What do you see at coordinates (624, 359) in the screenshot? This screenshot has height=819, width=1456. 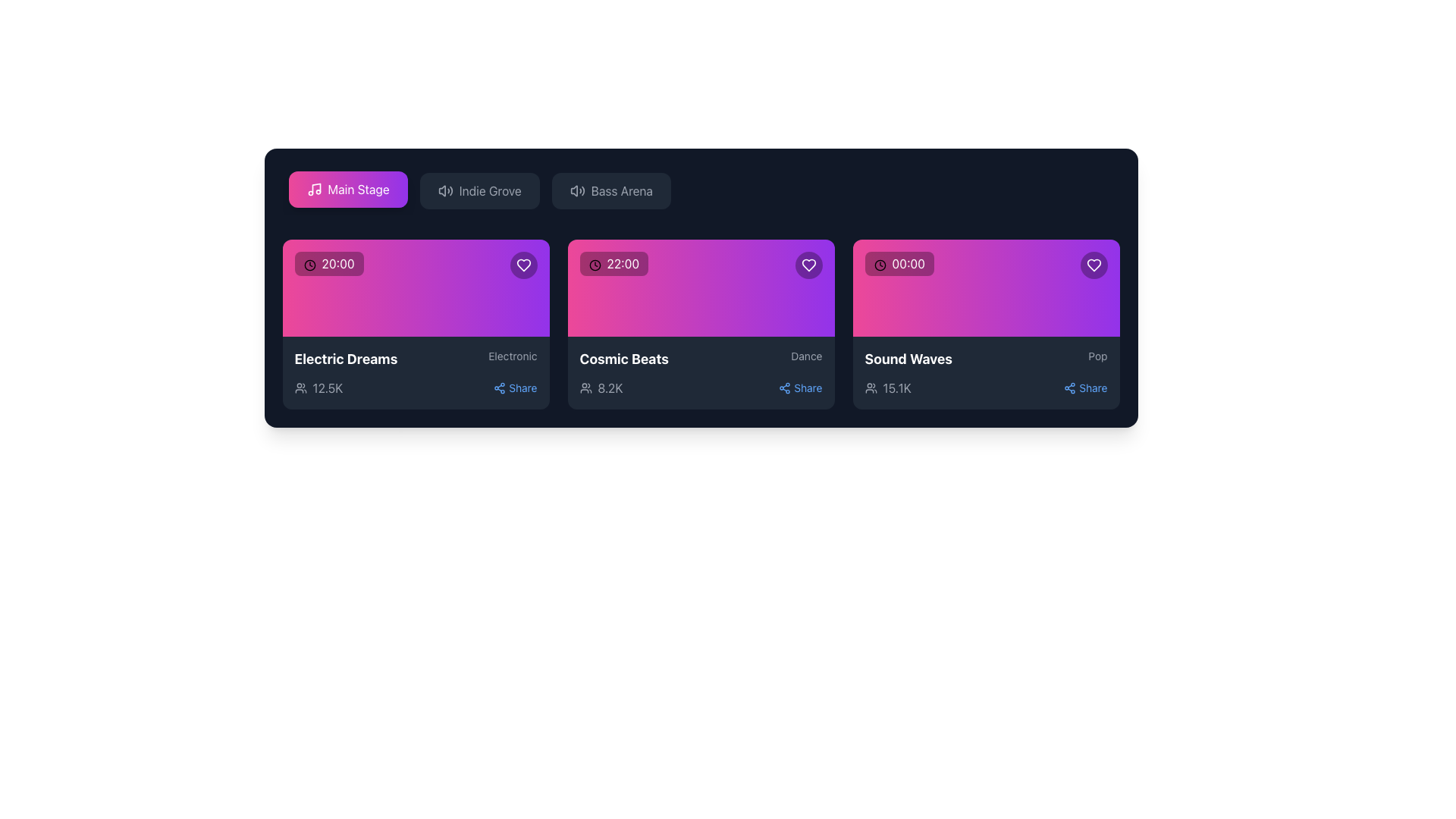 I see `the static text label displaying 'Cosmic Beats' in a bold and large font, which is located in the center of the second card among a group of event cards` at bounding box center [624, 359].